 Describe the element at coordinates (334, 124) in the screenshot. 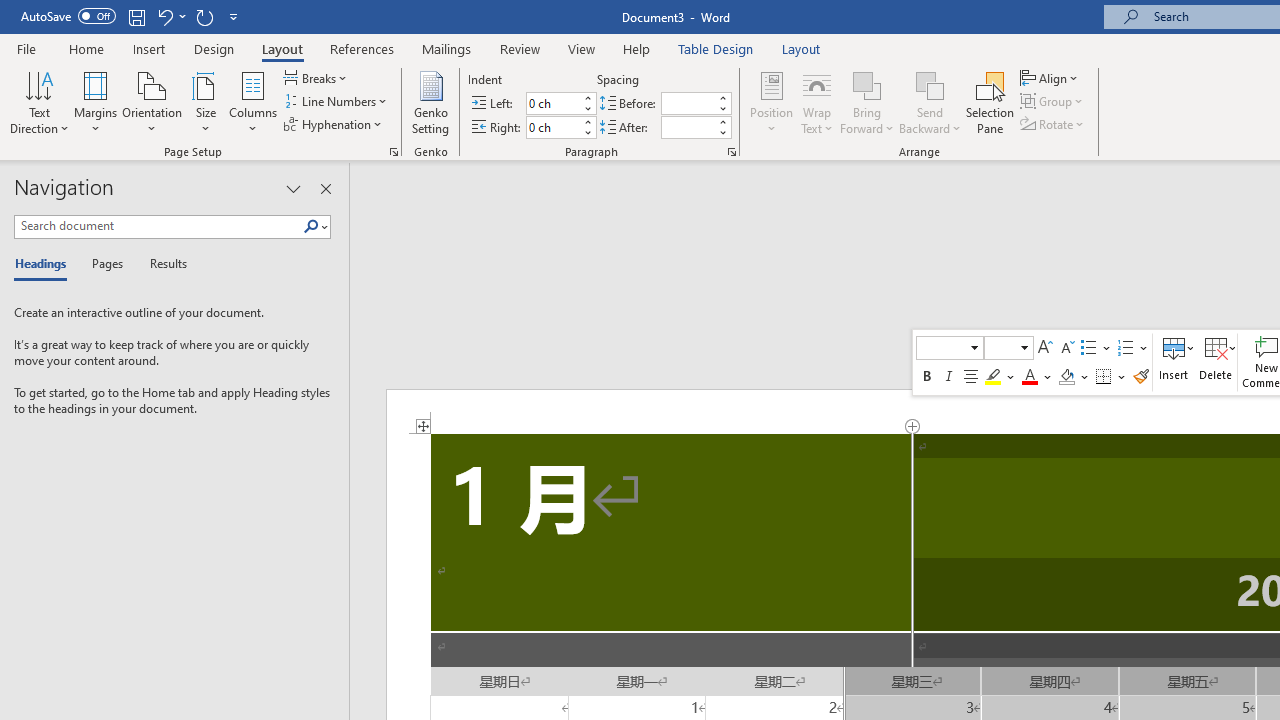

I see `'Hyphenation'` at that location.